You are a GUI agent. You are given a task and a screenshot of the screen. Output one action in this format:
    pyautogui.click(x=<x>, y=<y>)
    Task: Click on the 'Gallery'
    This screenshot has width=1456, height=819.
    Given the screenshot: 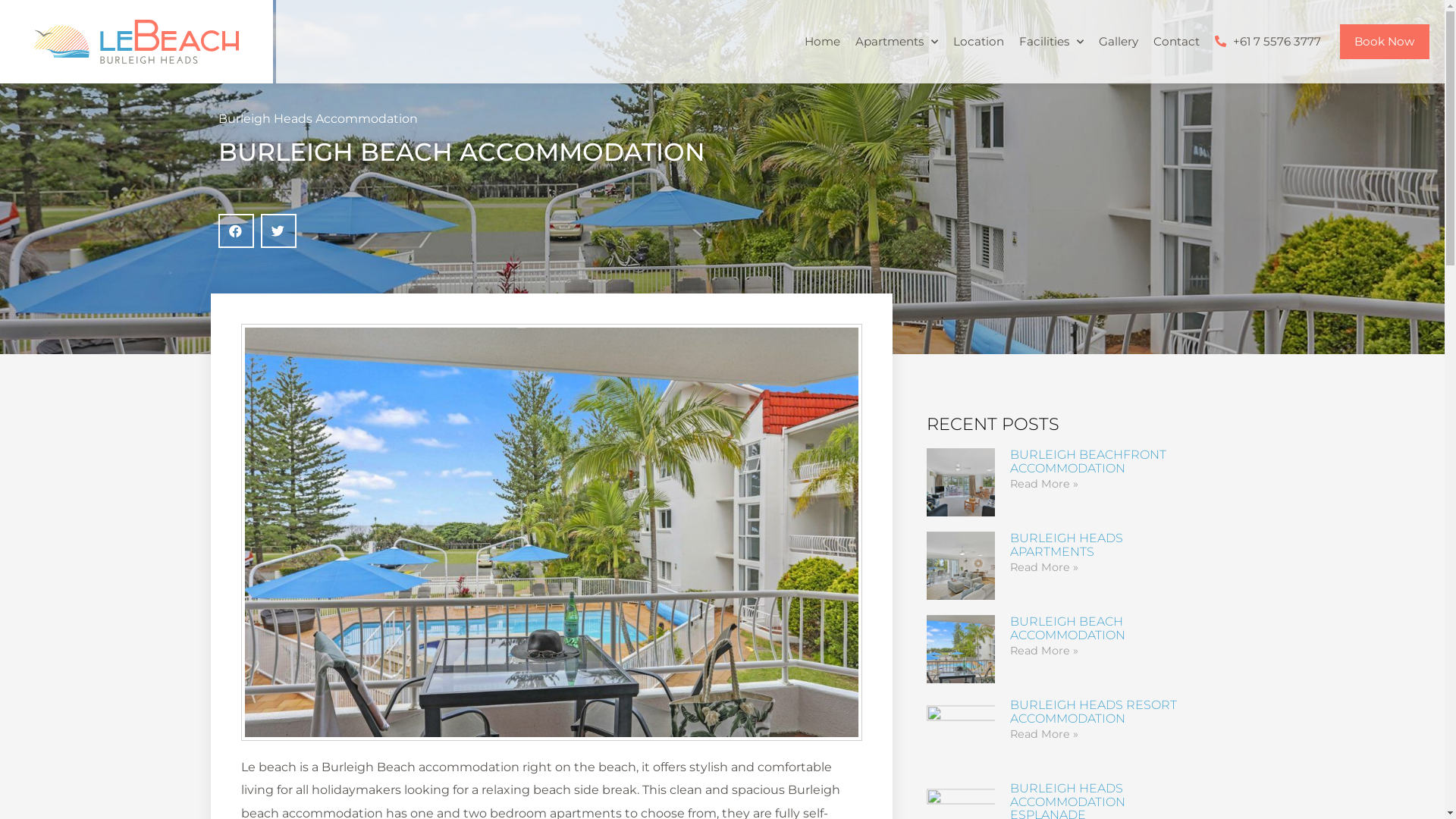 What is the action you would take?
    pyautogui.click(x=1117, y=40)
    